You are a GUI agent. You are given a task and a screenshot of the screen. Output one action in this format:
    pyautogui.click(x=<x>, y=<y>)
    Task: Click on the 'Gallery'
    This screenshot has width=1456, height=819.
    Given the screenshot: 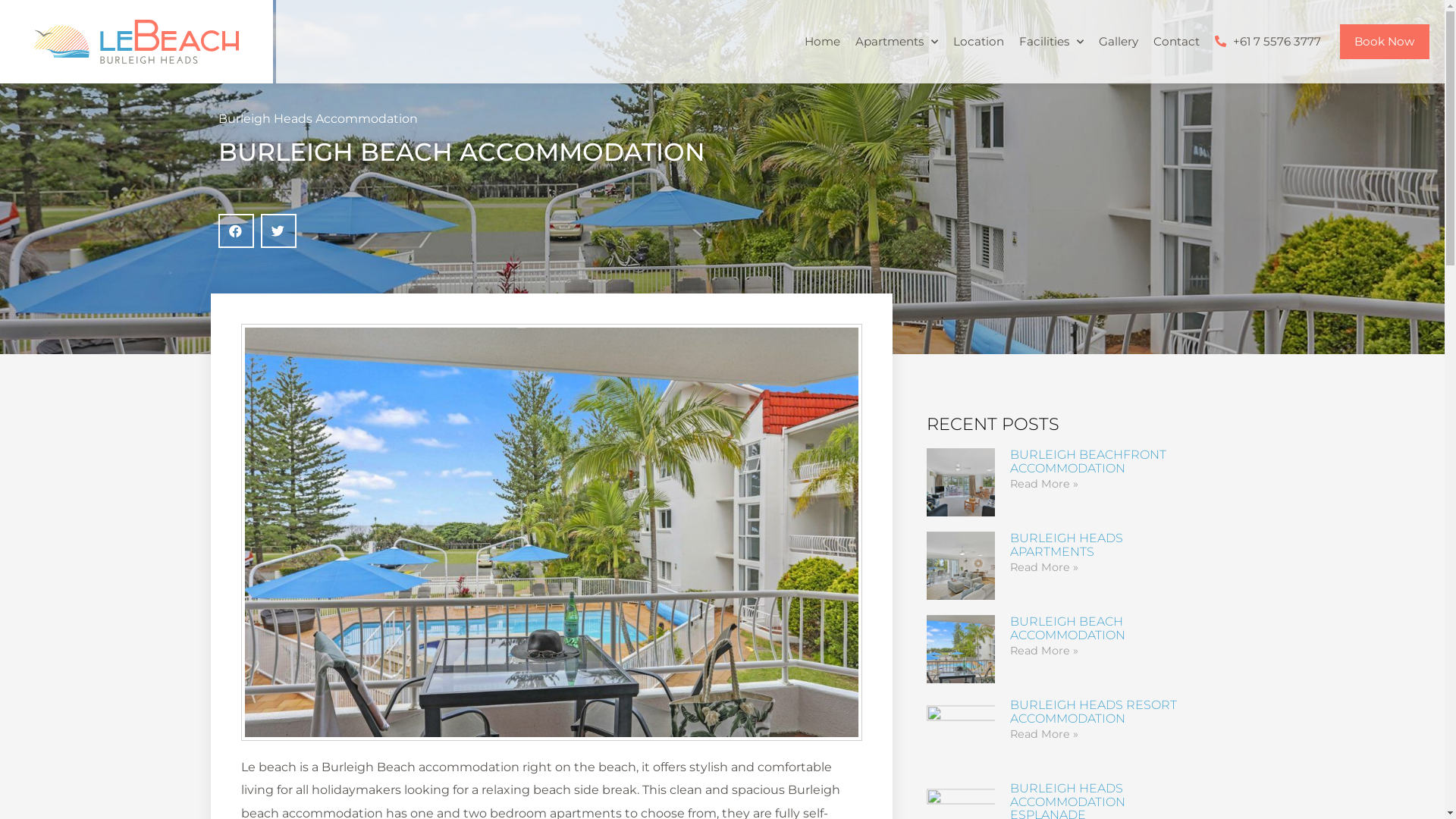 What is the action you would take?
    pyautogui.click(x=1117, y=40)
    